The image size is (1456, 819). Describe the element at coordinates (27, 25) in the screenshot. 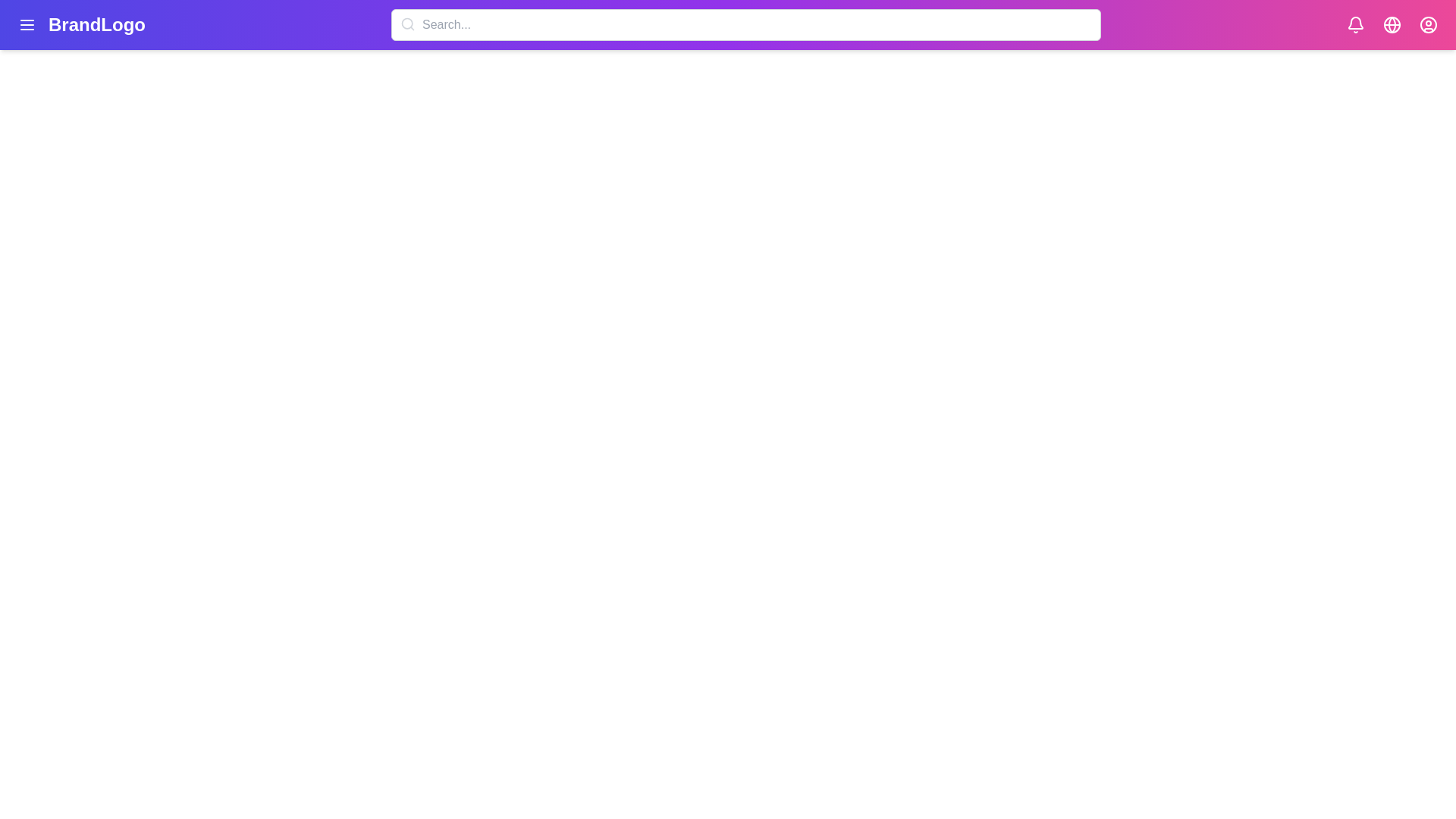

I see `the minimalistic menu icon button, which is represented by three horizontal white lines` at that location.